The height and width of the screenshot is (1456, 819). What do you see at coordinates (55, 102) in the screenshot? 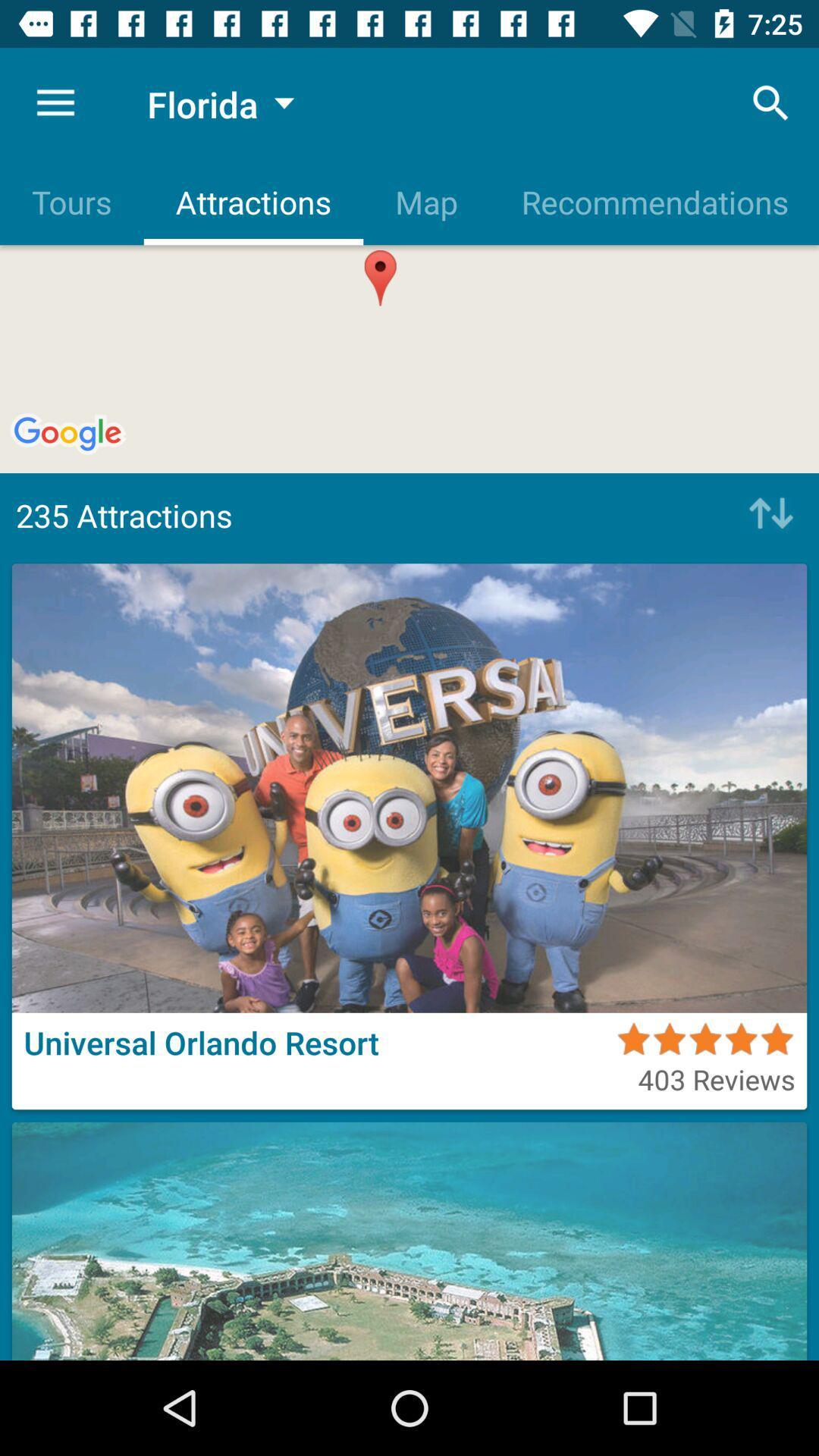
I see `the icon to the left of florida item` at bounding box center [55, 102].